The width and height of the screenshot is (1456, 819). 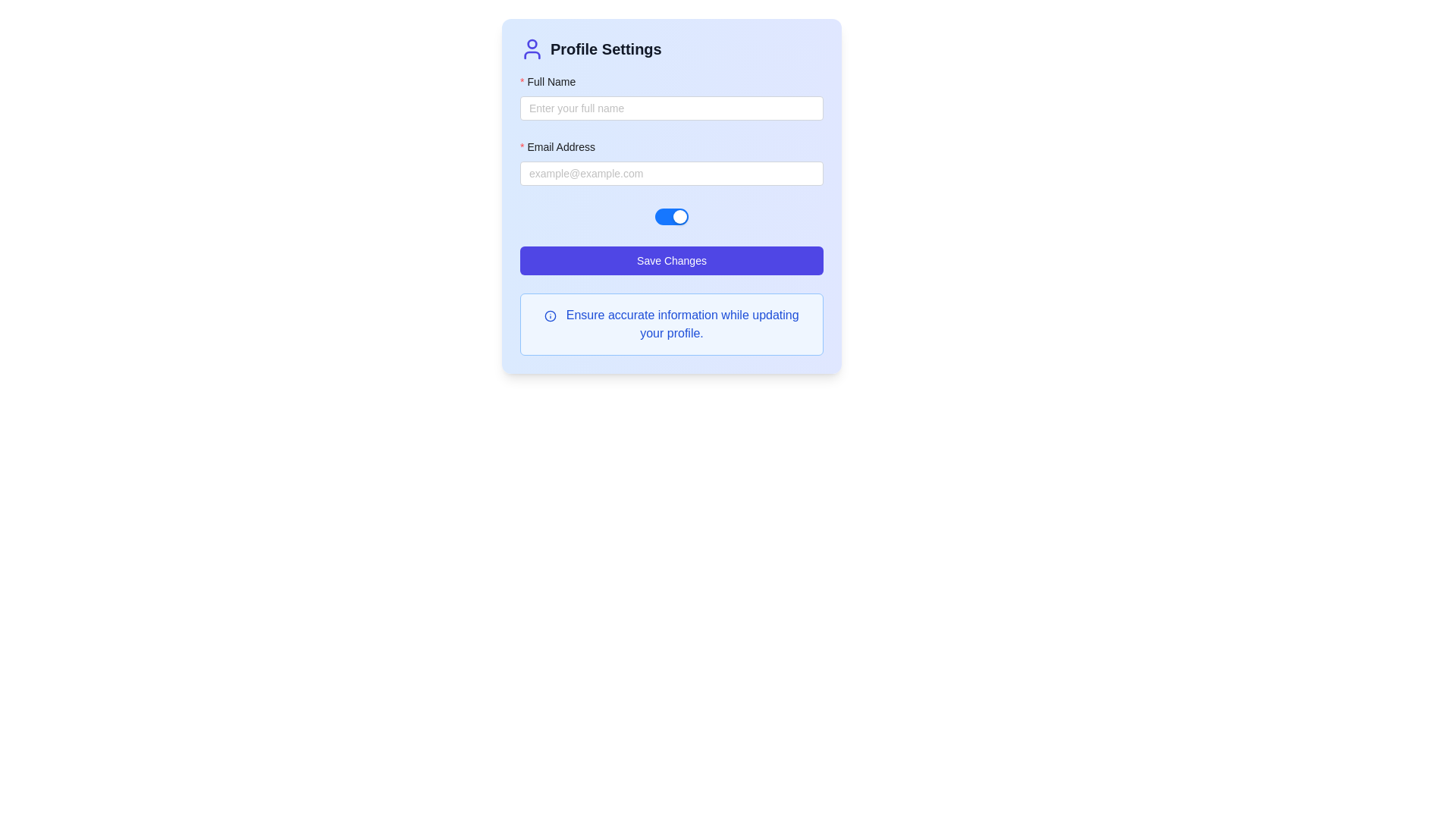 What do you see at coordinates (671, 96) in the screenshot?
I see `the 'Full Name' text input field to focus and start typing` at bounding box center [671, 96].